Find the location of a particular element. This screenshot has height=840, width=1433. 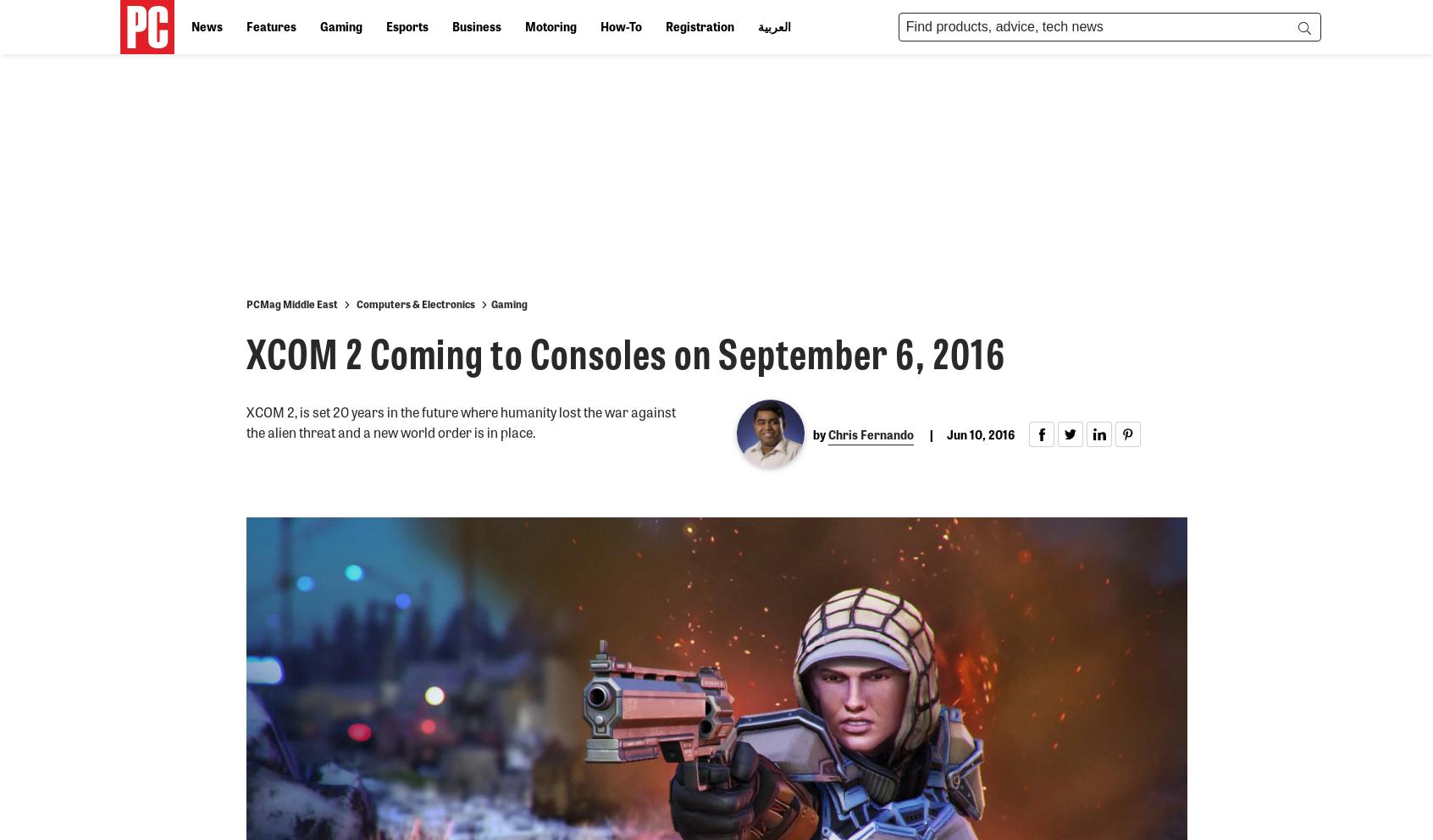

'XCOM 2, is set 20 years in the future where humanity lost the war against the alien threat and a new world order is in place.' is located at coordinates (460, 421).